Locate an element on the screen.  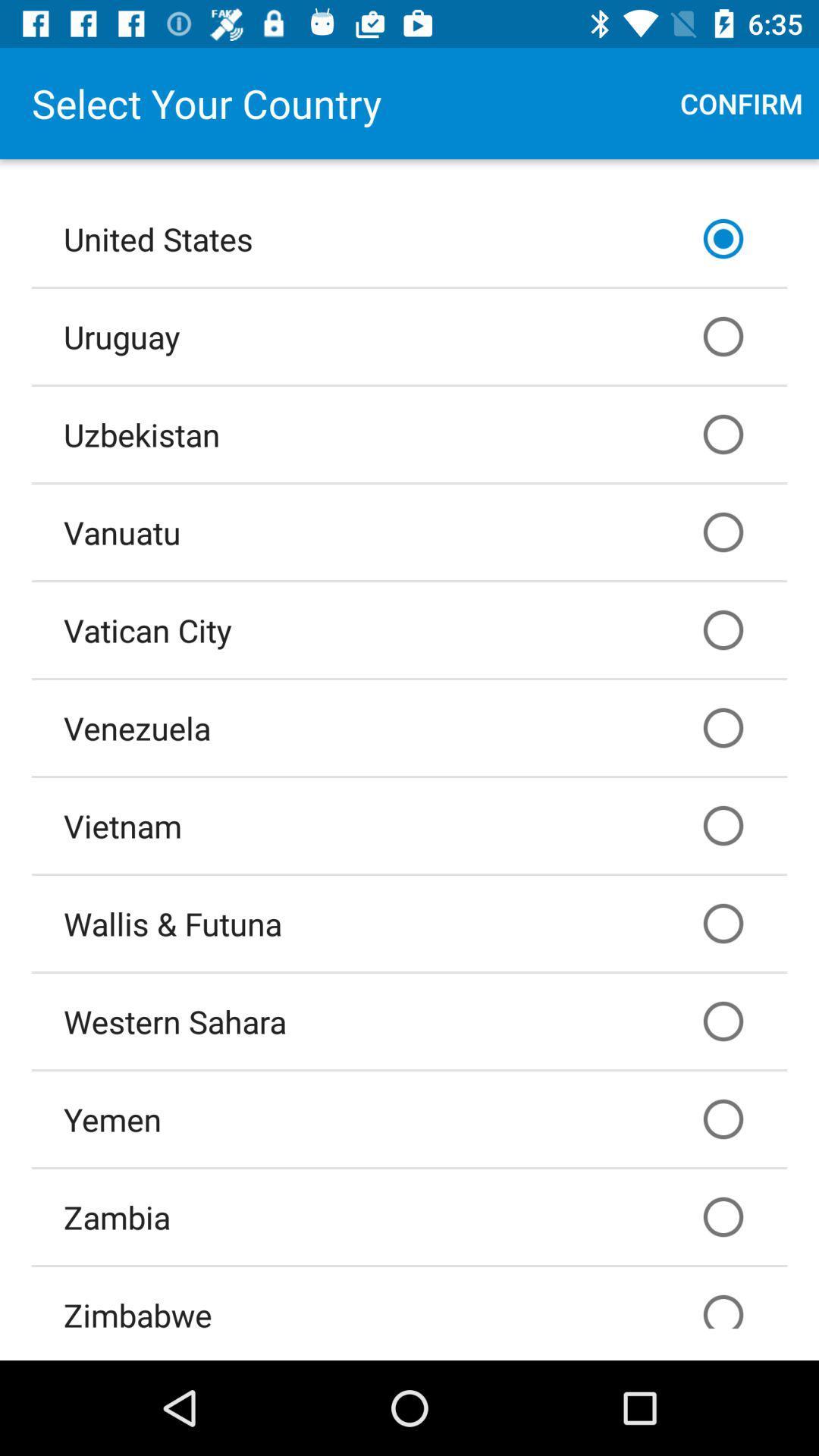
the uruguay item is located at coordinates (409, 335).